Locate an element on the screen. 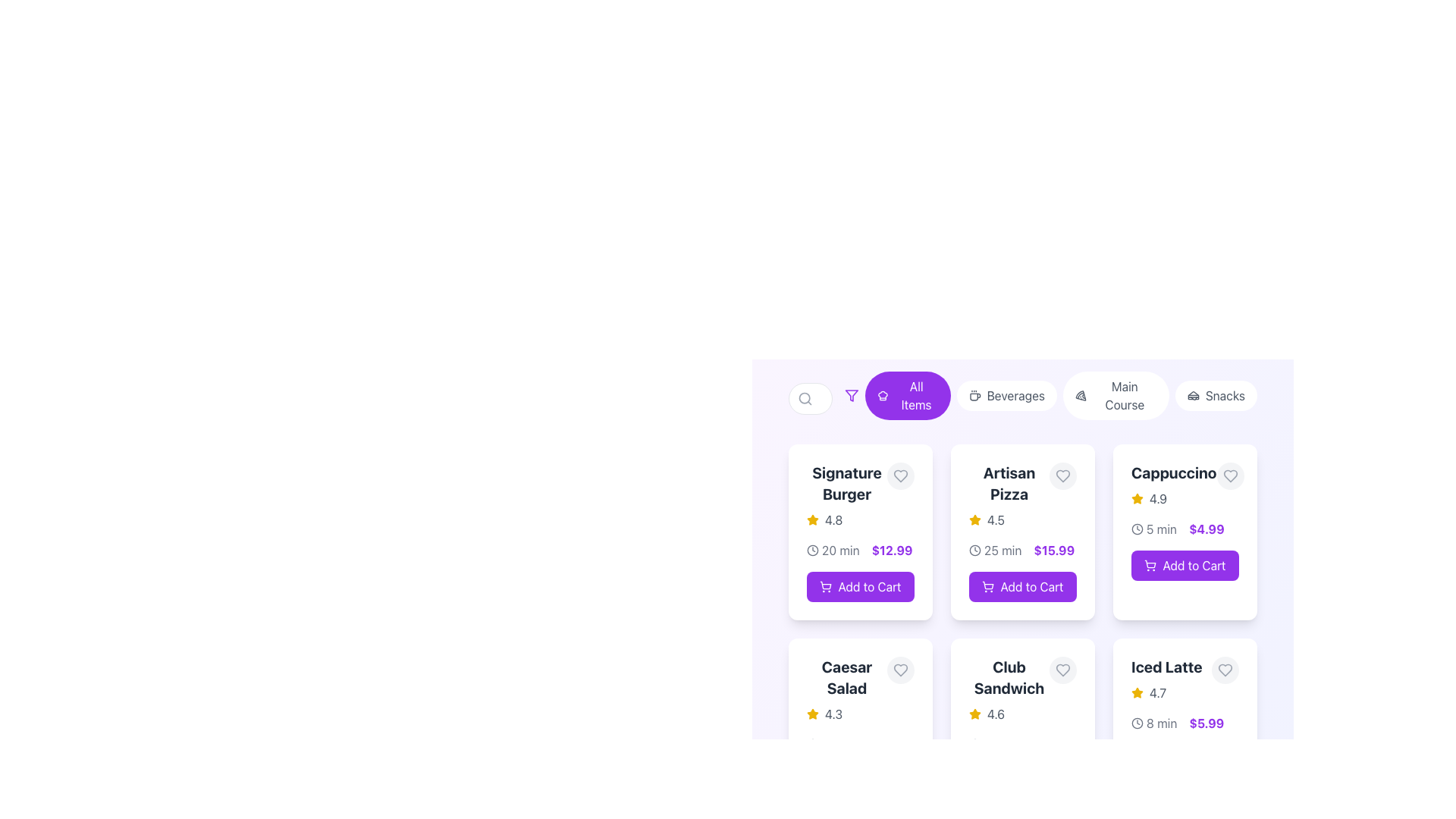 The image size is (1456, 819). the 'Beverages' category icon located in the navigation bar is located at coordinates (974, 394).